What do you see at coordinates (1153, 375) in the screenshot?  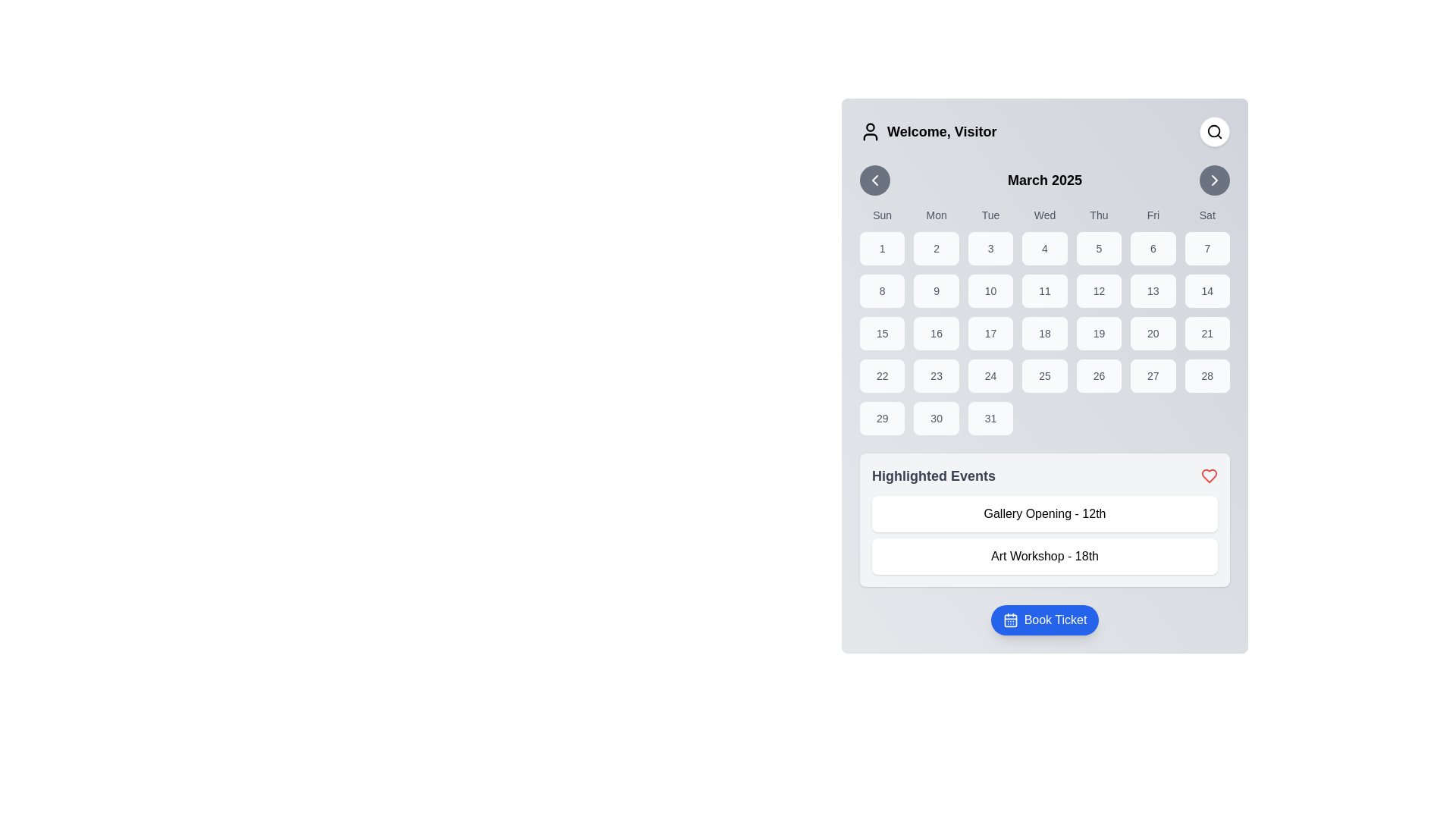 I see `the calendar button representing the 27th day of the month, located in the fifth row and sixth column under the 'Fri' header` at bounding box center [1153, 375].